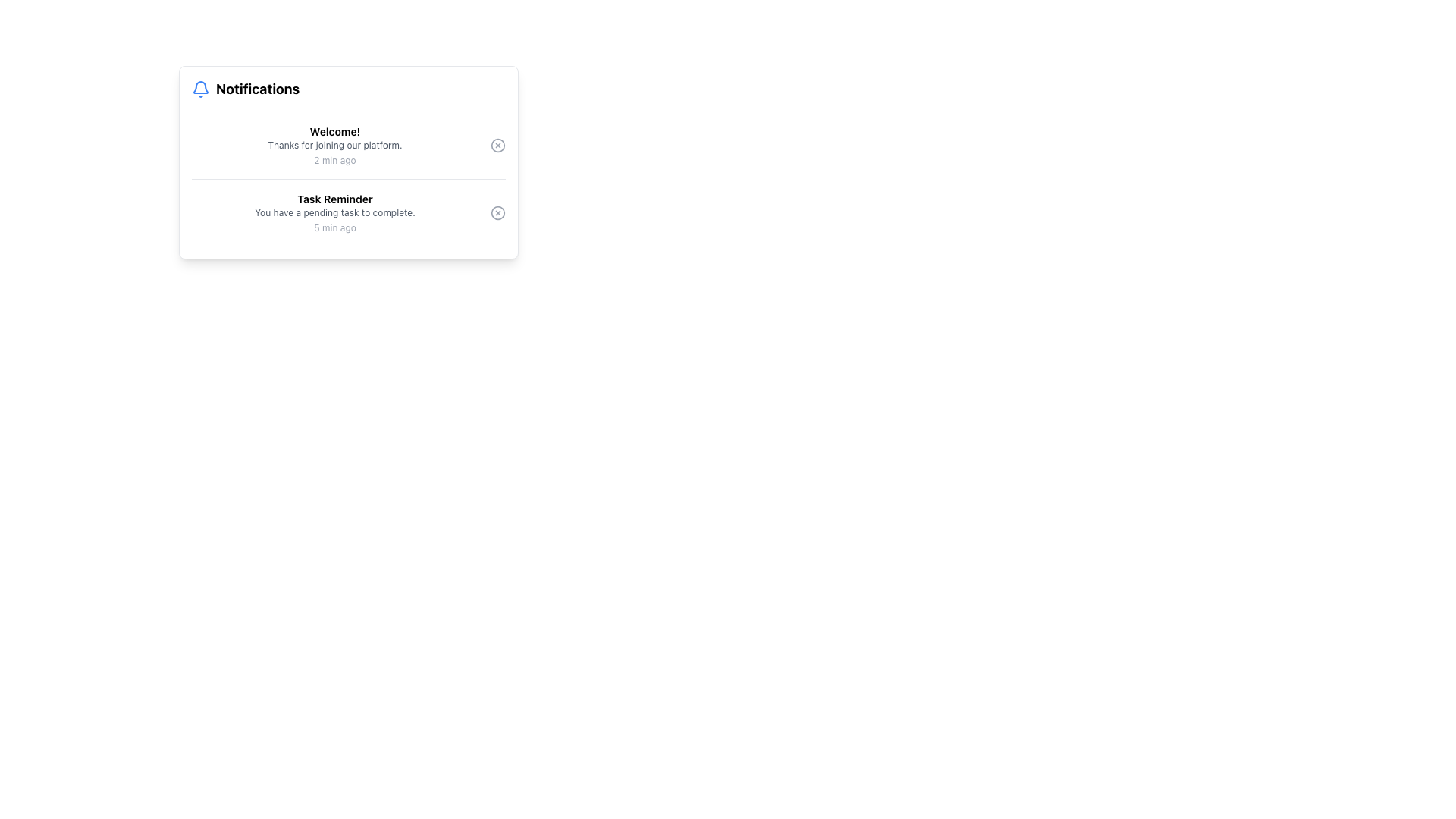 This screenshot has height=819, width=1456. I want to click on timestamp indicating the time elapsed since the 'Task Reminder' notification was created, which is displayed as '5 min ago' below the task description, so click(334, 227).